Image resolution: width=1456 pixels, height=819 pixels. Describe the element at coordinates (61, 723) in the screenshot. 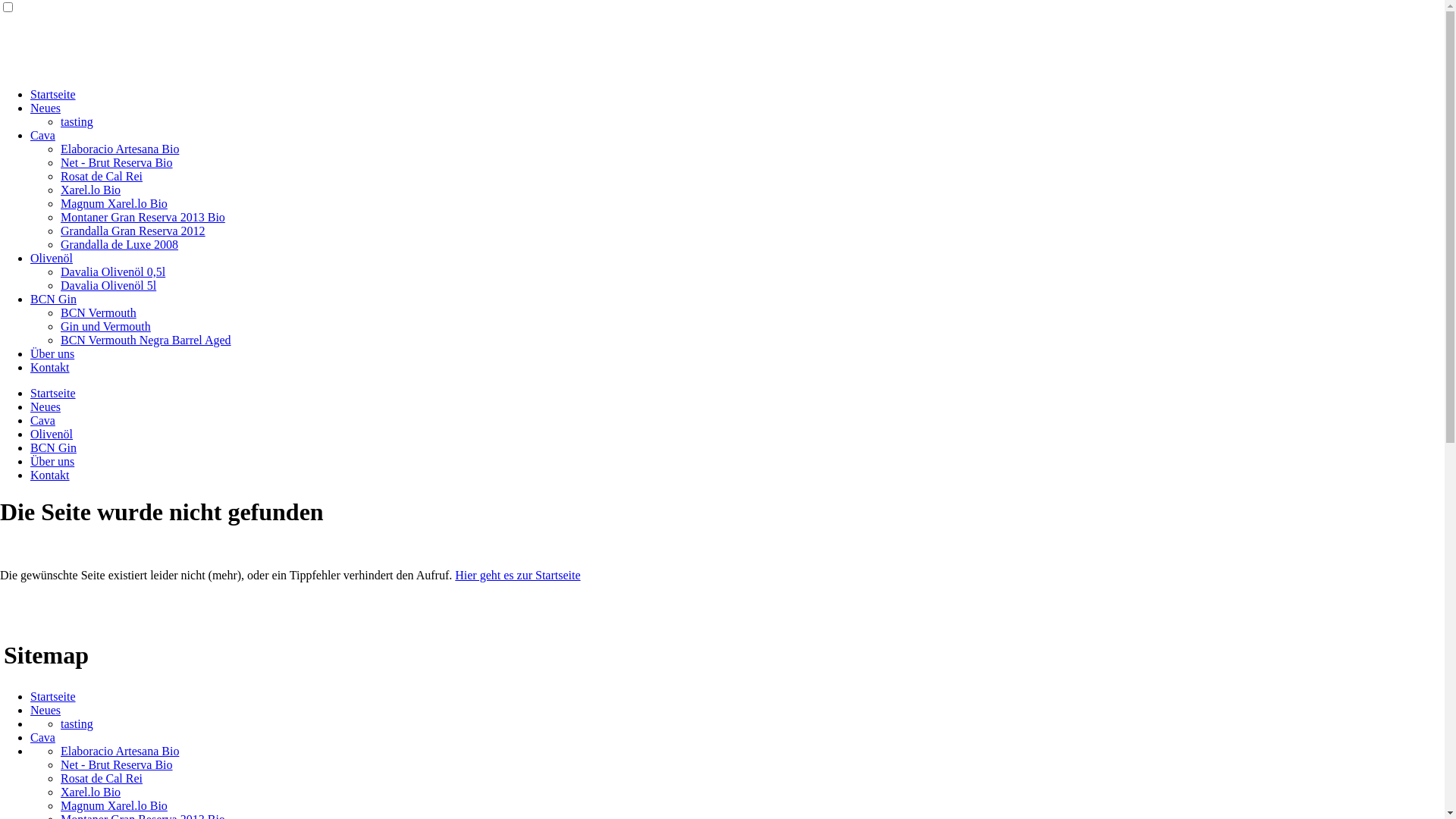

I see `'tasting'` at that location.